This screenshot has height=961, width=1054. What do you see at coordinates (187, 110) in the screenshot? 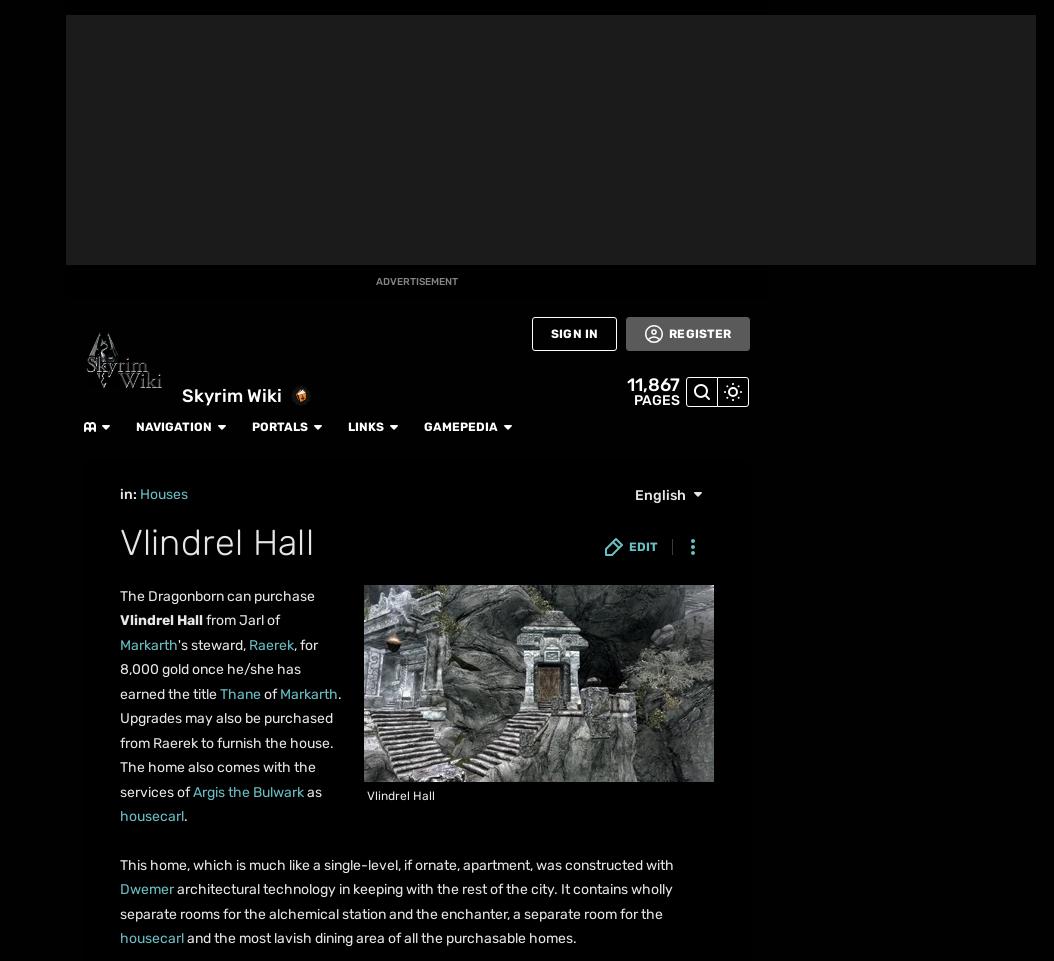
I see `'More Fandoms'` at bounding box center [187, 110].